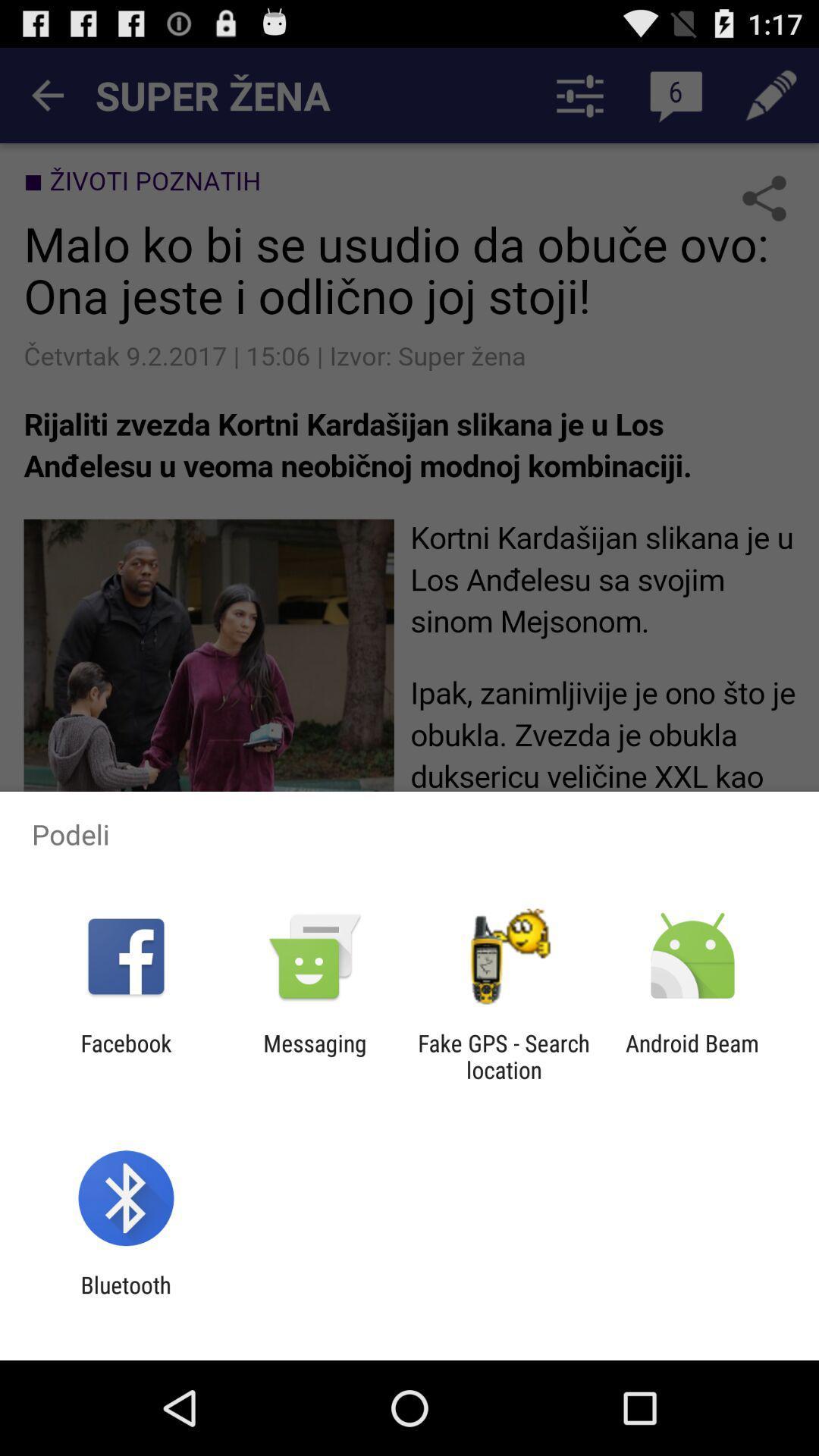  I want to click on bluetooth app, so click(125, 1298).